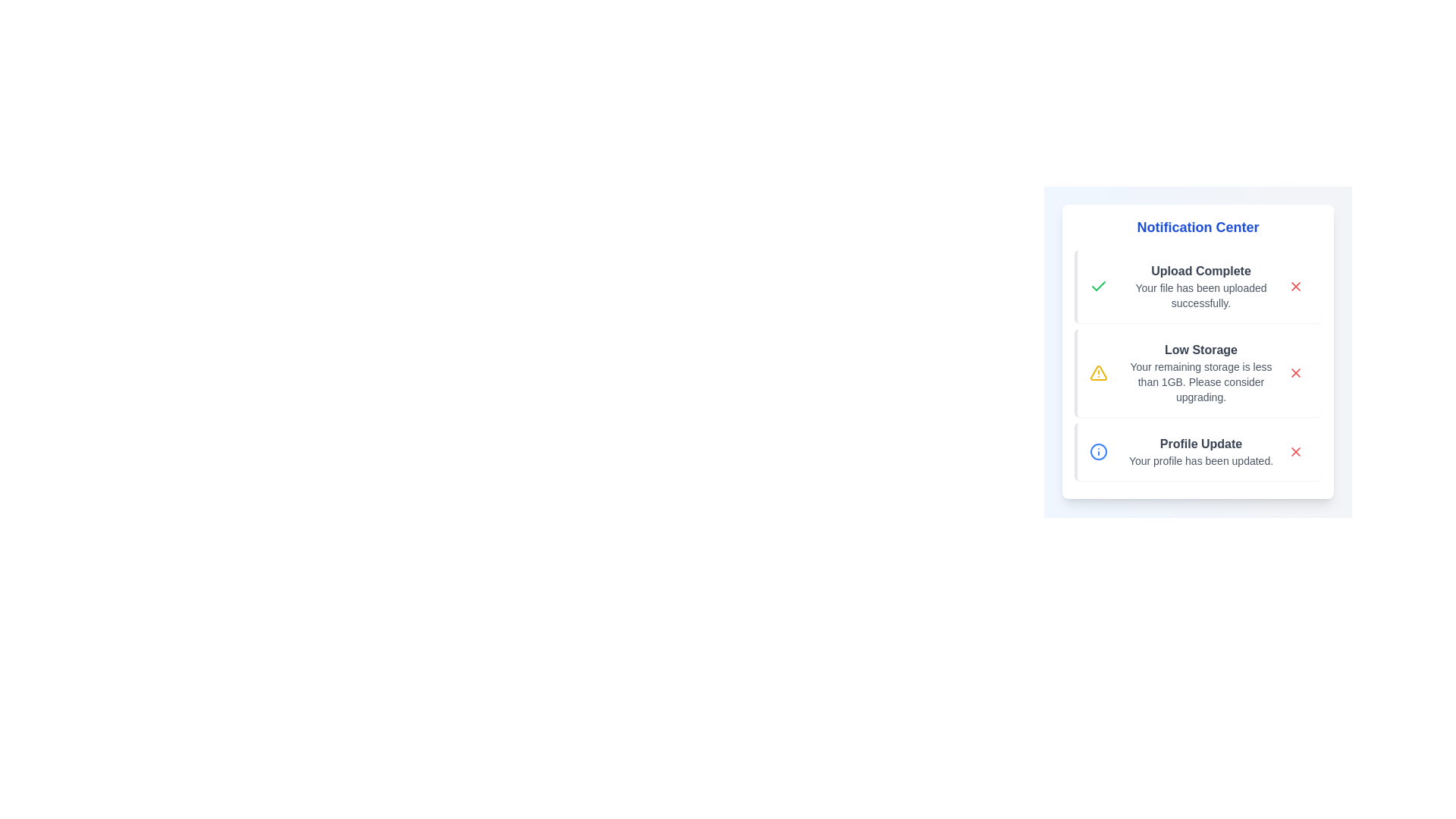 The image size is (1456, 819). I want to click on the checkmark icon located within the 'Upload Complete' notification in the Notification Center, which indicates successful file upload, so click(1099, 286).